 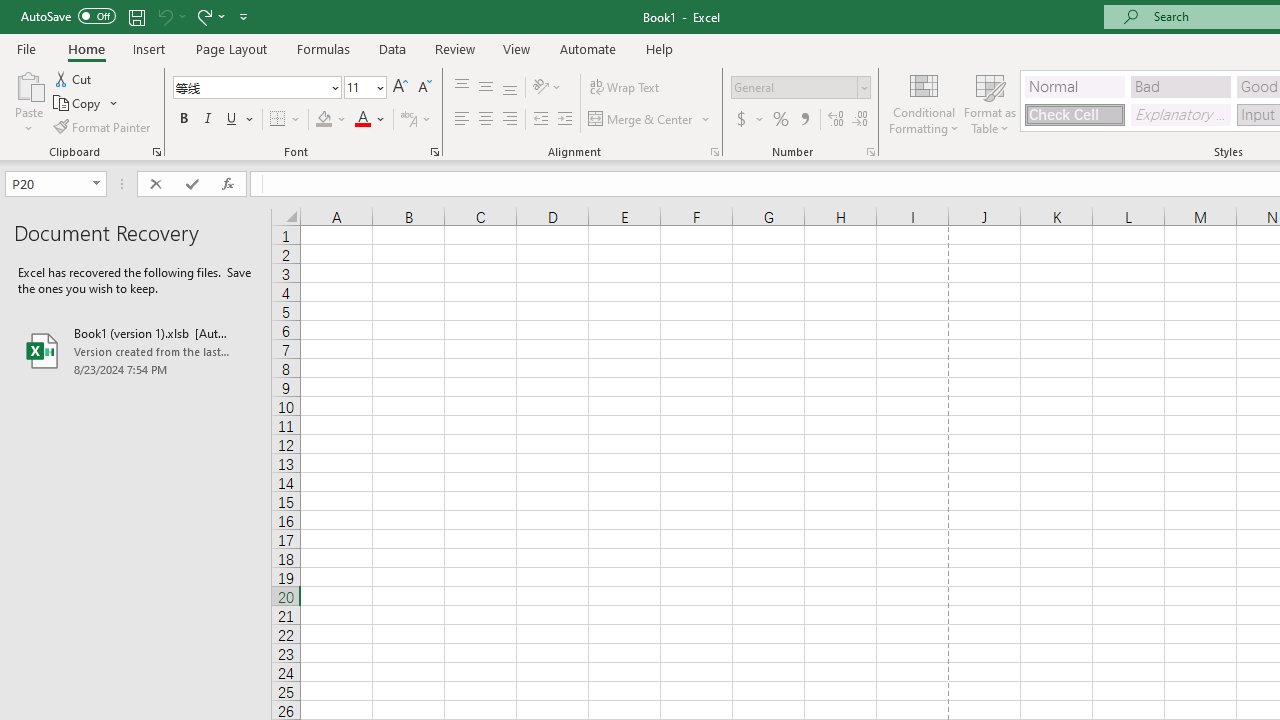 What do you see at coordinates (10, 11) in the screenshot?
I see `'System'` at bounding box center [10, 11].